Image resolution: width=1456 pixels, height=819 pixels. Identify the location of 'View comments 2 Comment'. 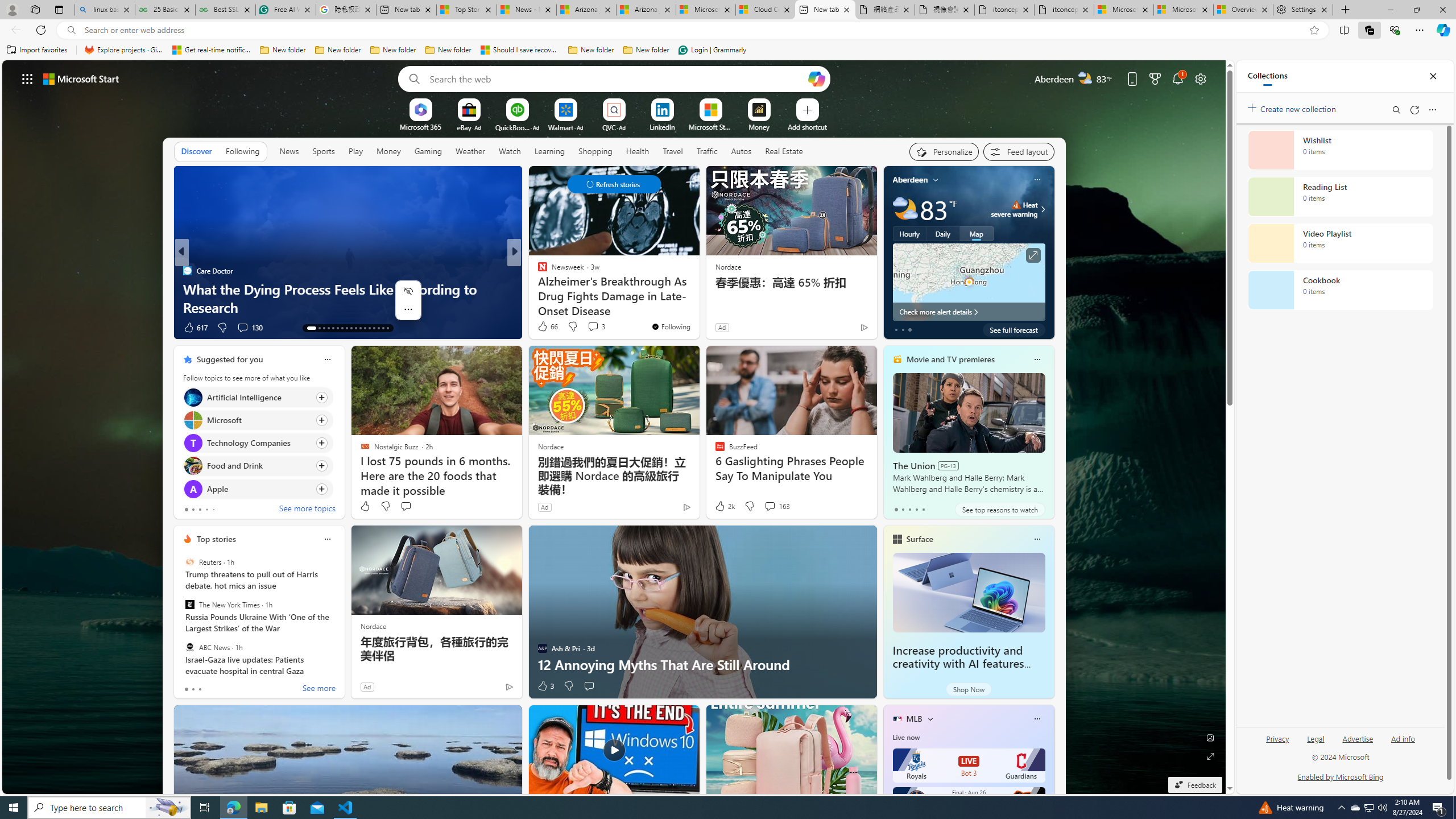
(591, 327).